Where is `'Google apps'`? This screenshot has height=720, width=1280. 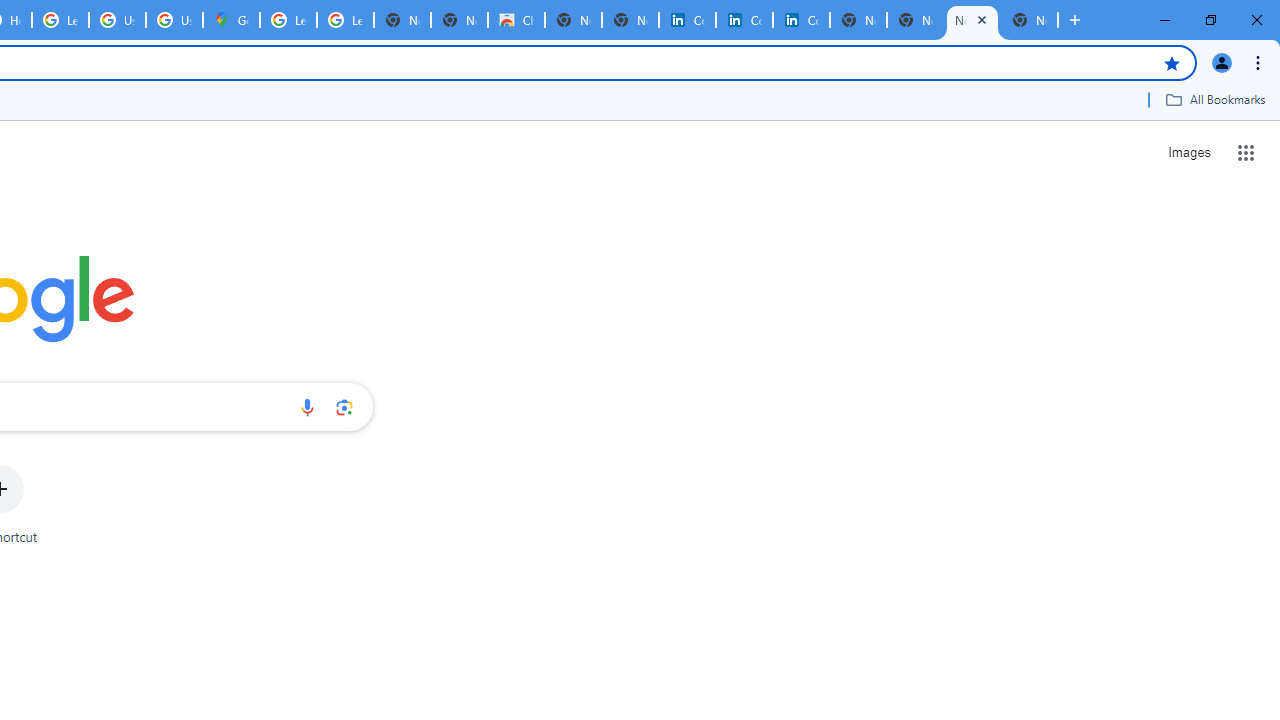 'Google apps' is located at coordinates (1245, 152).